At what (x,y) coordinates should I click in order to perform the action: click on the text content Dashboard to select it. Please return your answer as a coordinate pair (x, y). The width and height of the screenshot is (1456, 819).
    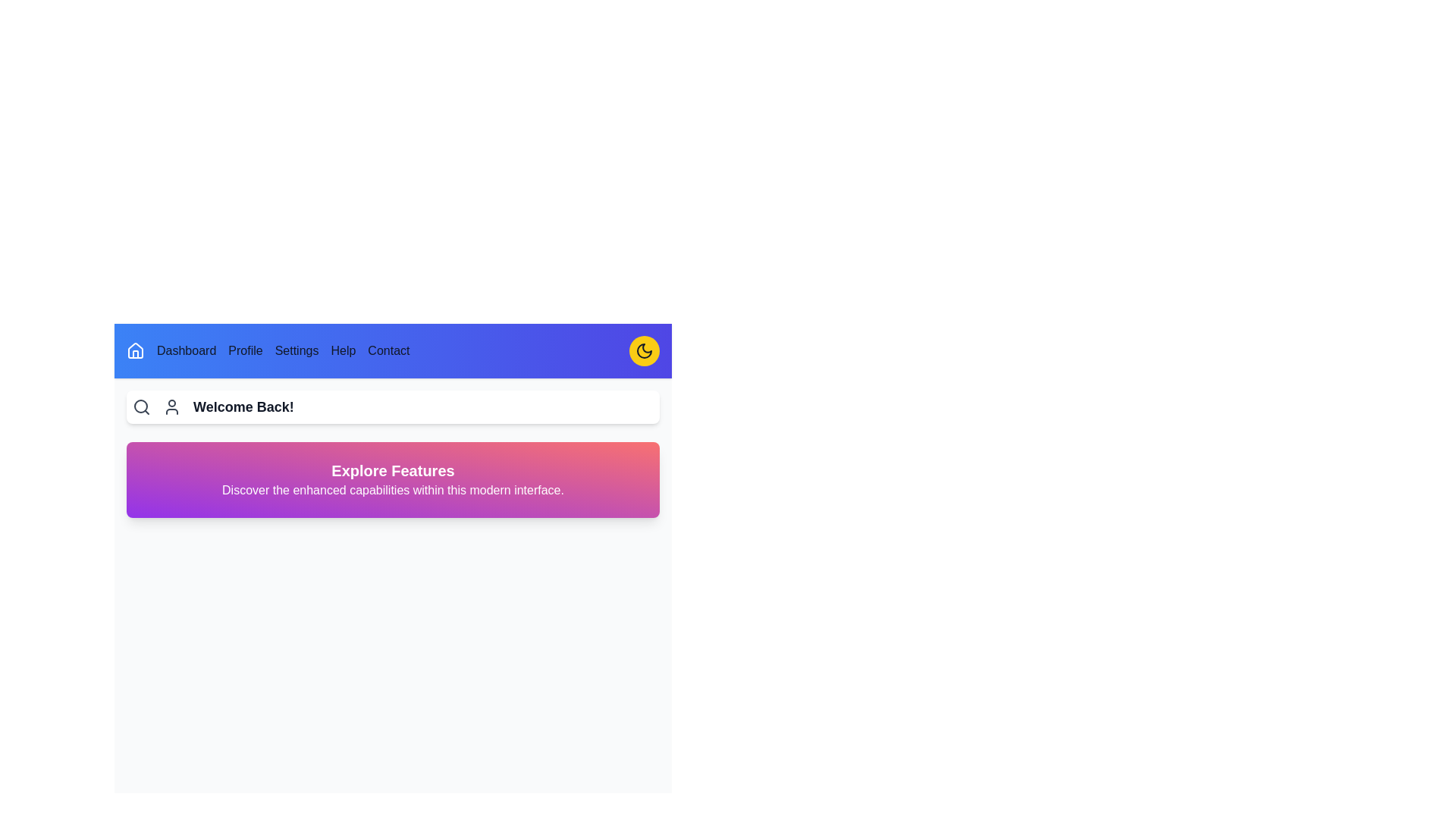
    Looking at the image, I should click on (186, 350).